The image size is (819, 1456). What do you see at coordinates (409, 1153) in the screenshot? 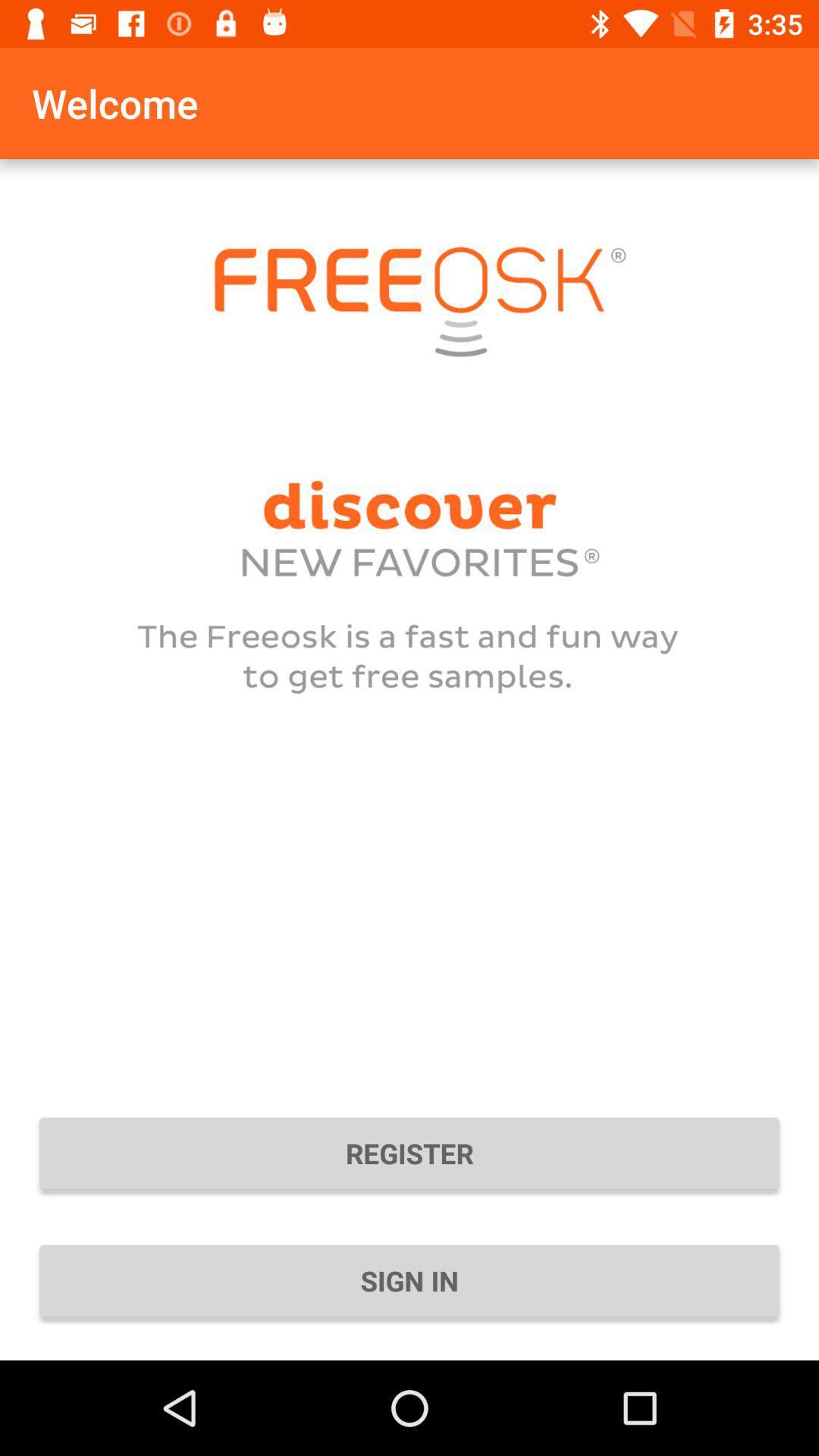
I see `register item` at bounding box center [409, 1153].